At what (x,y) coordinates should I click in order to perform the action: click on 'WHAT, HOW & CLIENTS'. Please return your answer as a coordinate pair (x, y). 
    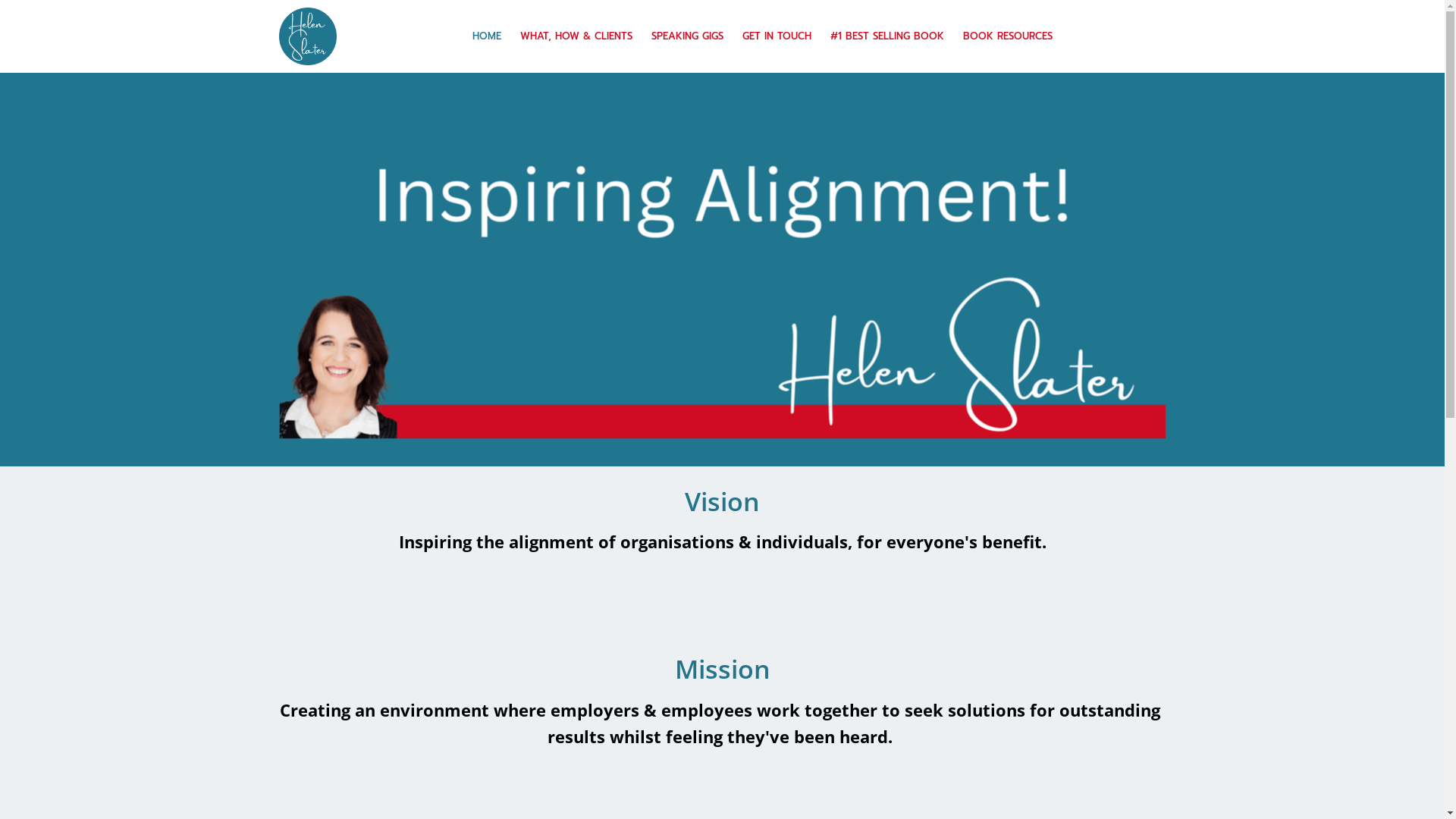
    Looking at the image, I should click on (575, 35).